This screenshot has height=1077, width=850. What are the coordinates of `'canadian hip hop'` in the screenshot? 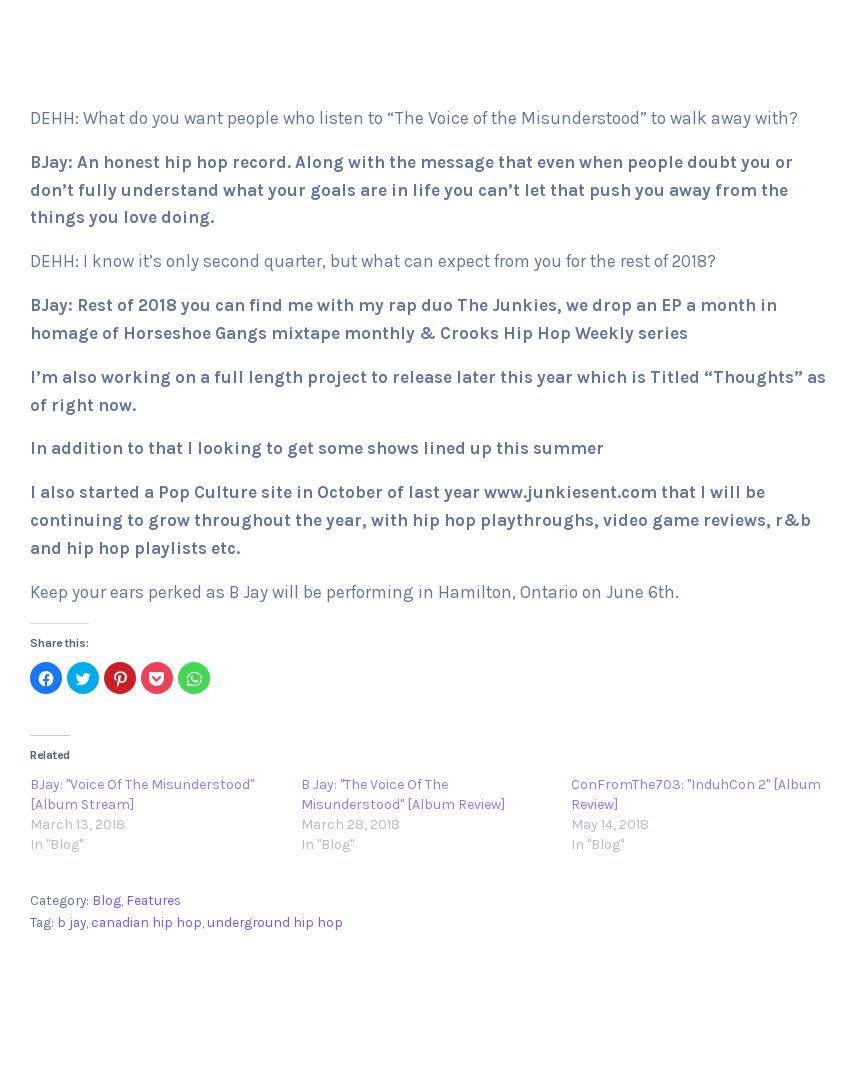 It's located at (146, 921).